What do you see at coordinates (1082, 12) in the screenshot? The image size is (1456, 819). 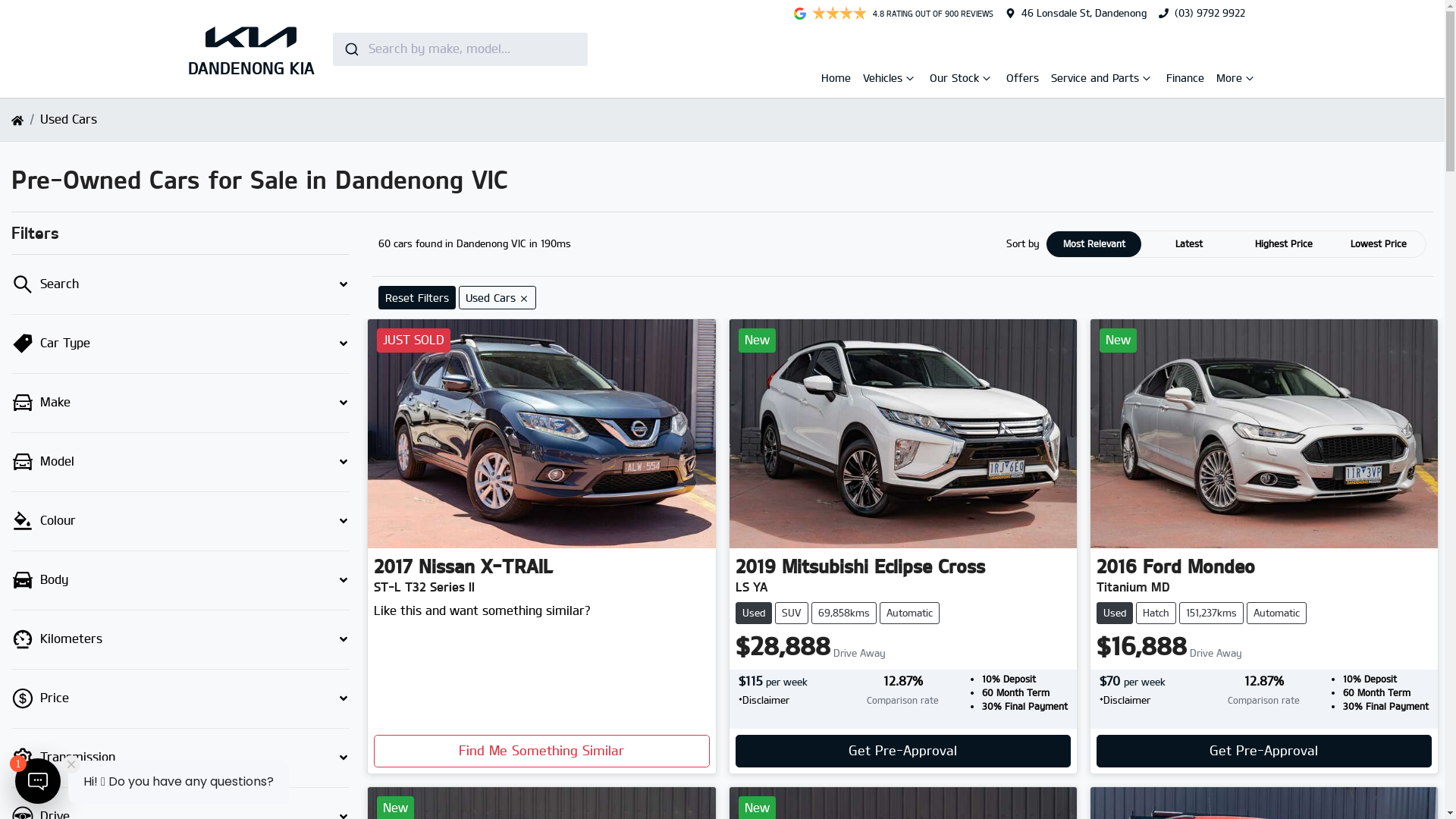 I see `'46 Lonsdale St, Dandenong'` at bounding box center [1082, 12].